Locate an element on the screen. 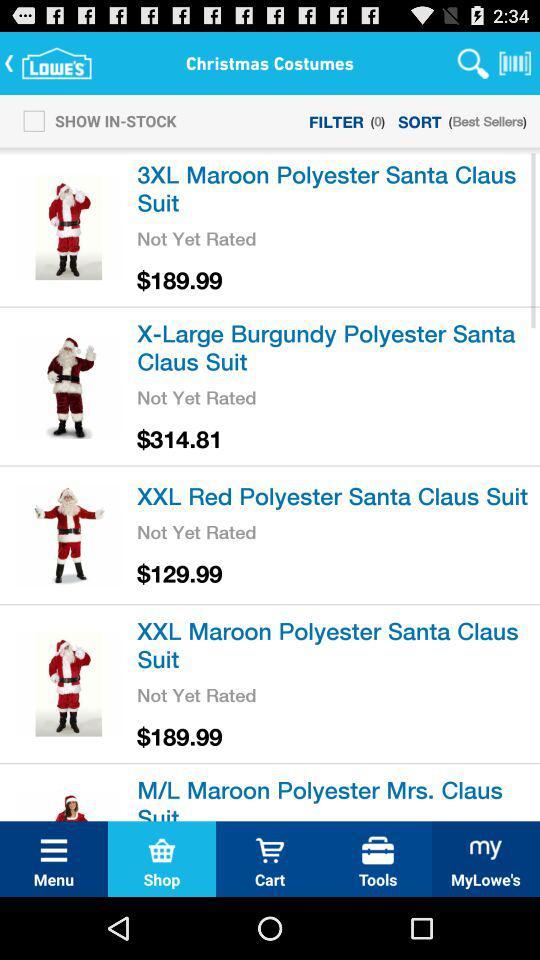  item to the left of the (0) icon is located at coordinates (336, 120).